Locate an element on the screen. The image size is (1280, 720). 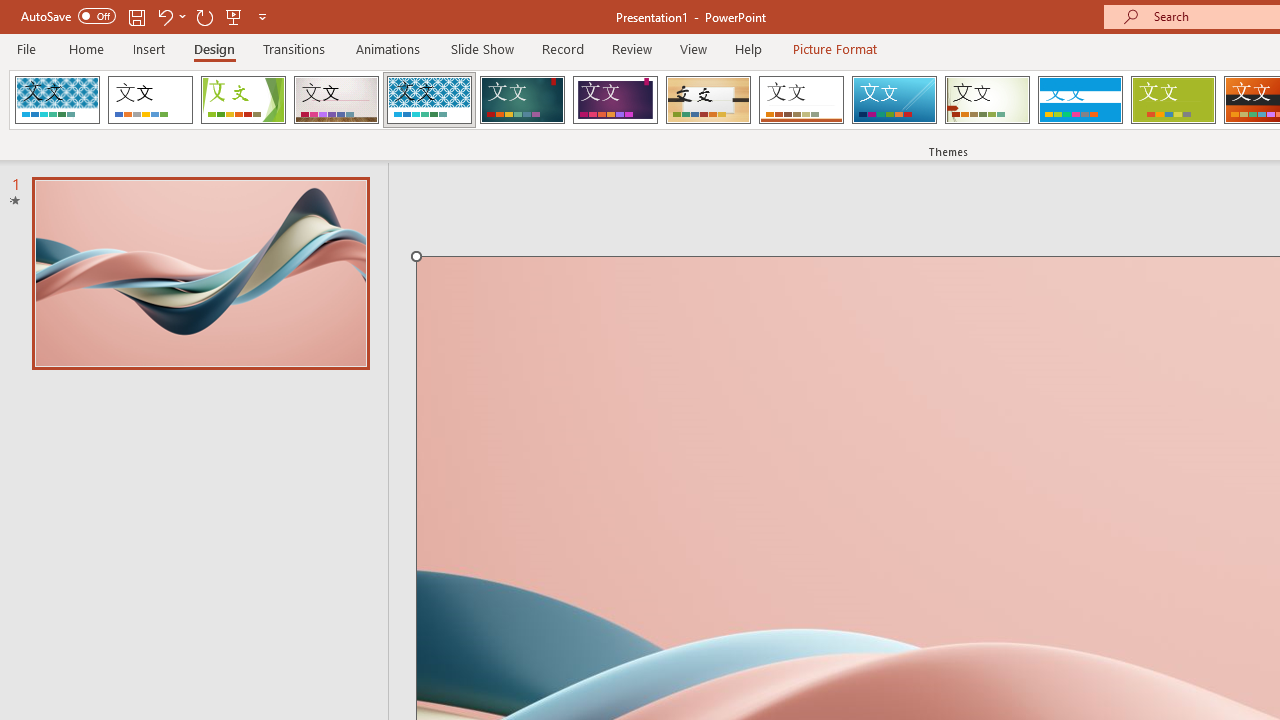
'Organic' is located at coordinates (708, 100).